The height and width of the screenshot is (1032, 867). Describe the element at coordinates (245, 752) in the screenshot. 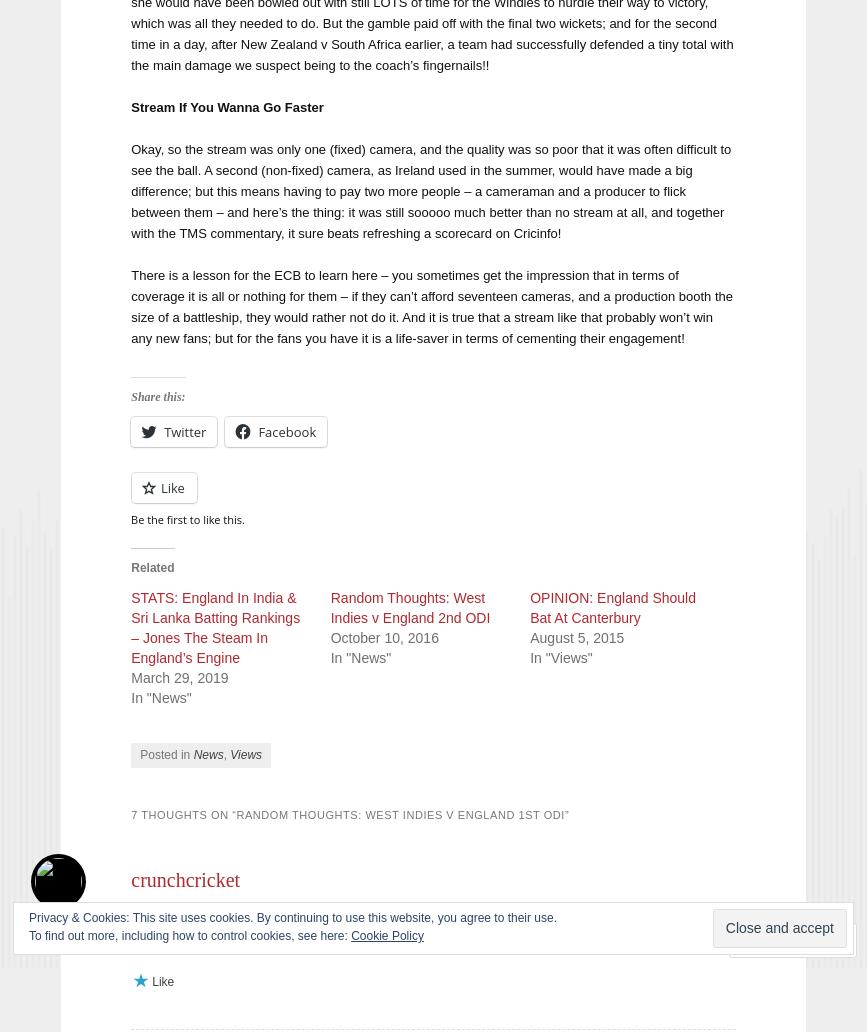

I see `'Views'` at that location.